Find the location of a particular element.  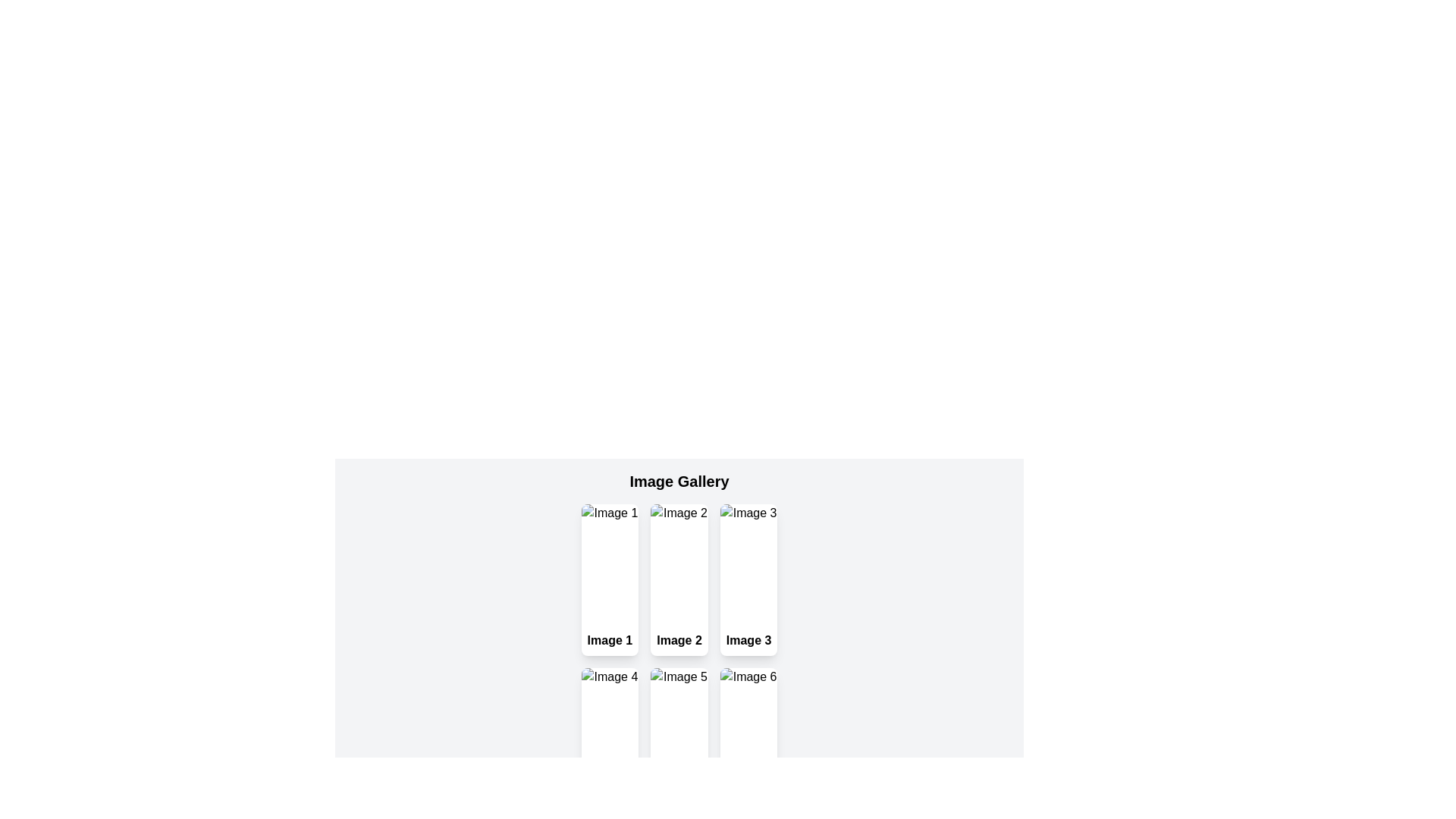

the text label 'Image 1', which is styled with a bold font and centered alignment, located in the leftmost column of a grid-like gallery layout is located at coordinates (610, 640).